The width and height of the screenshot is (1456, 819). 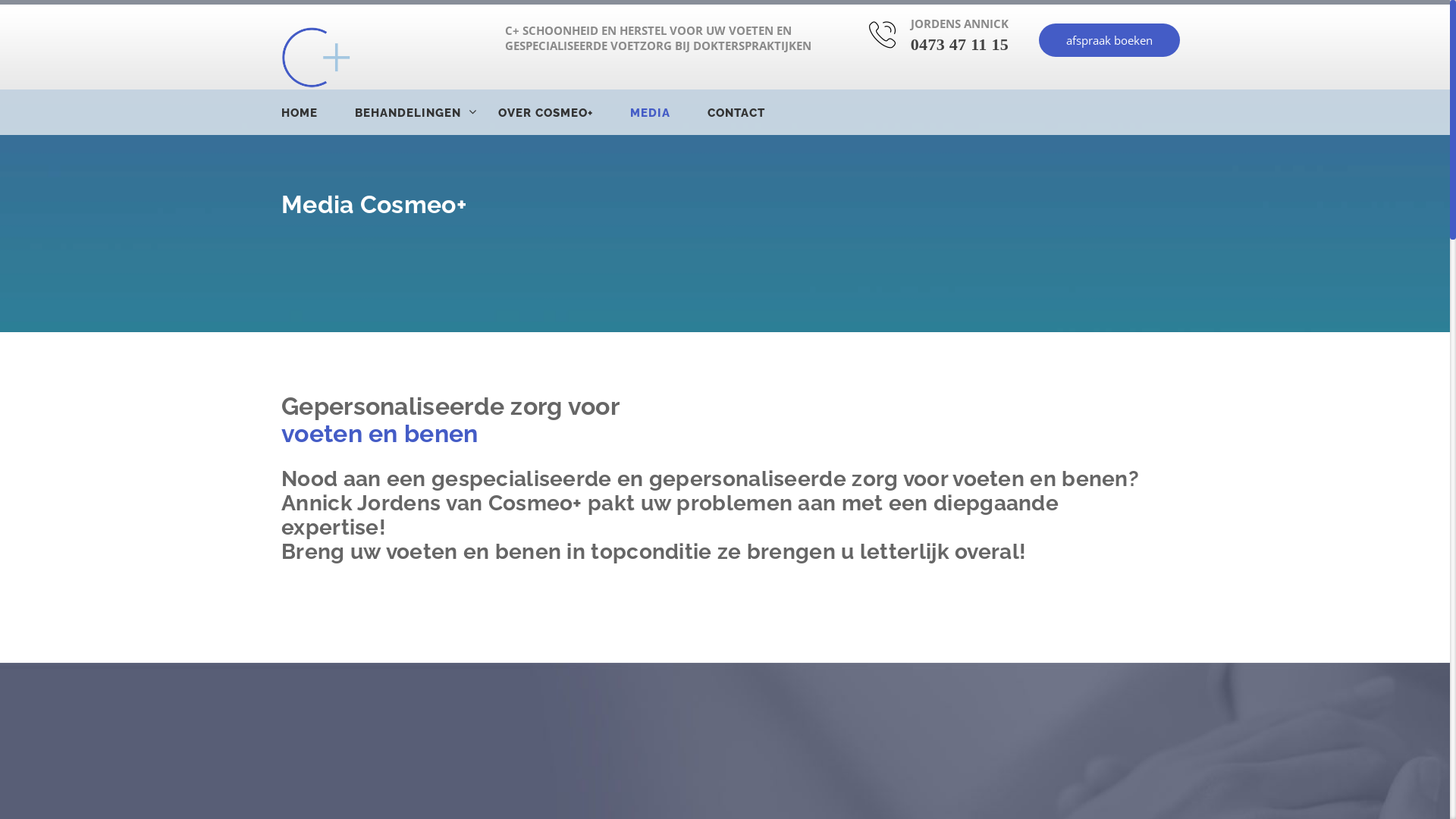 What do you see at coordinates (667, 112) in the screenshot?
I see `'MEDIA'` at bounding box center [667, 112].